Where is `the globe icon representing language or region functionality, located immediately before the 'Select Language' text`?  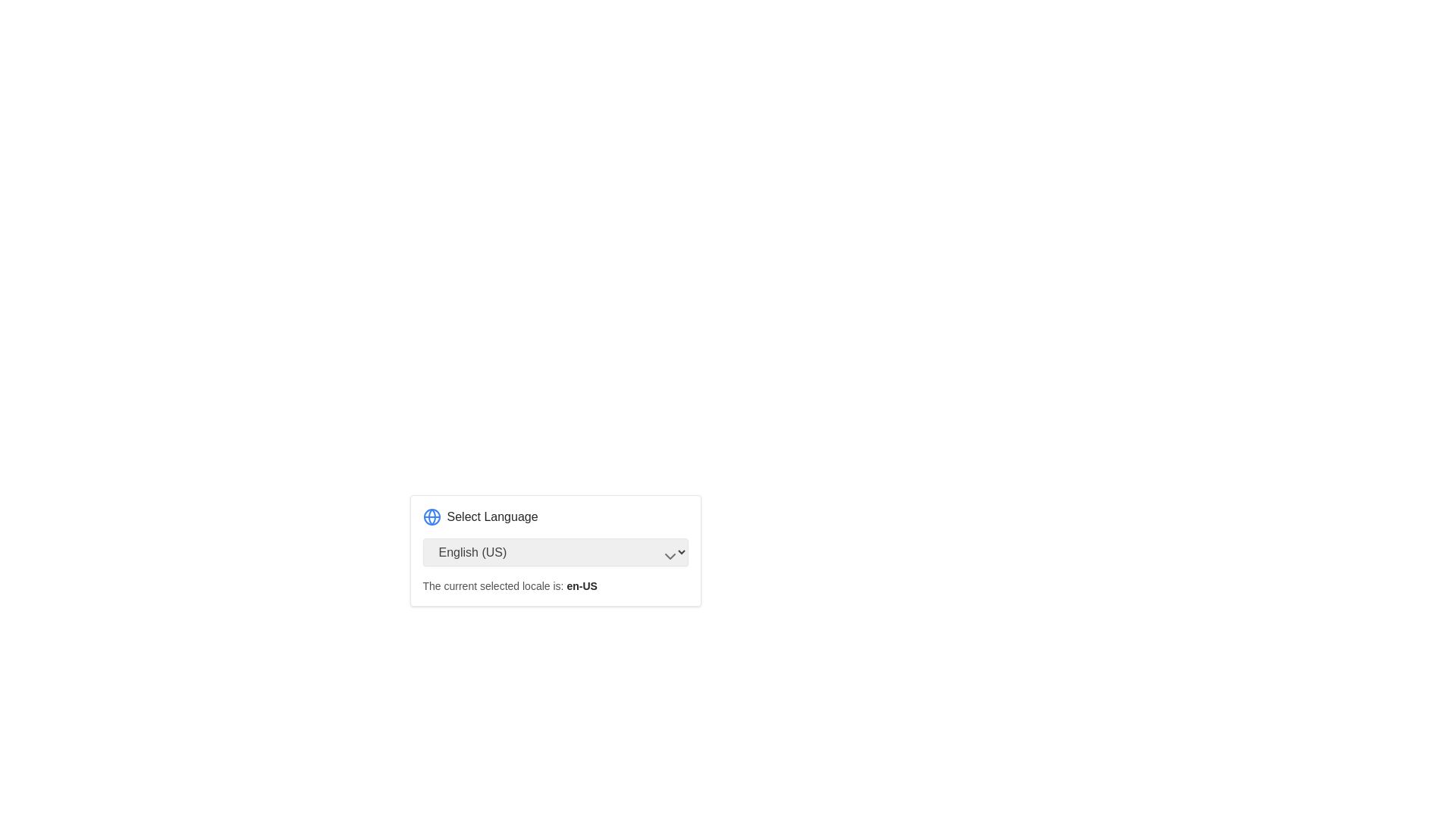
the globe icon representing language or region functionality, located immediately before the 'Select Language' text is located at coordinates (431, 516).